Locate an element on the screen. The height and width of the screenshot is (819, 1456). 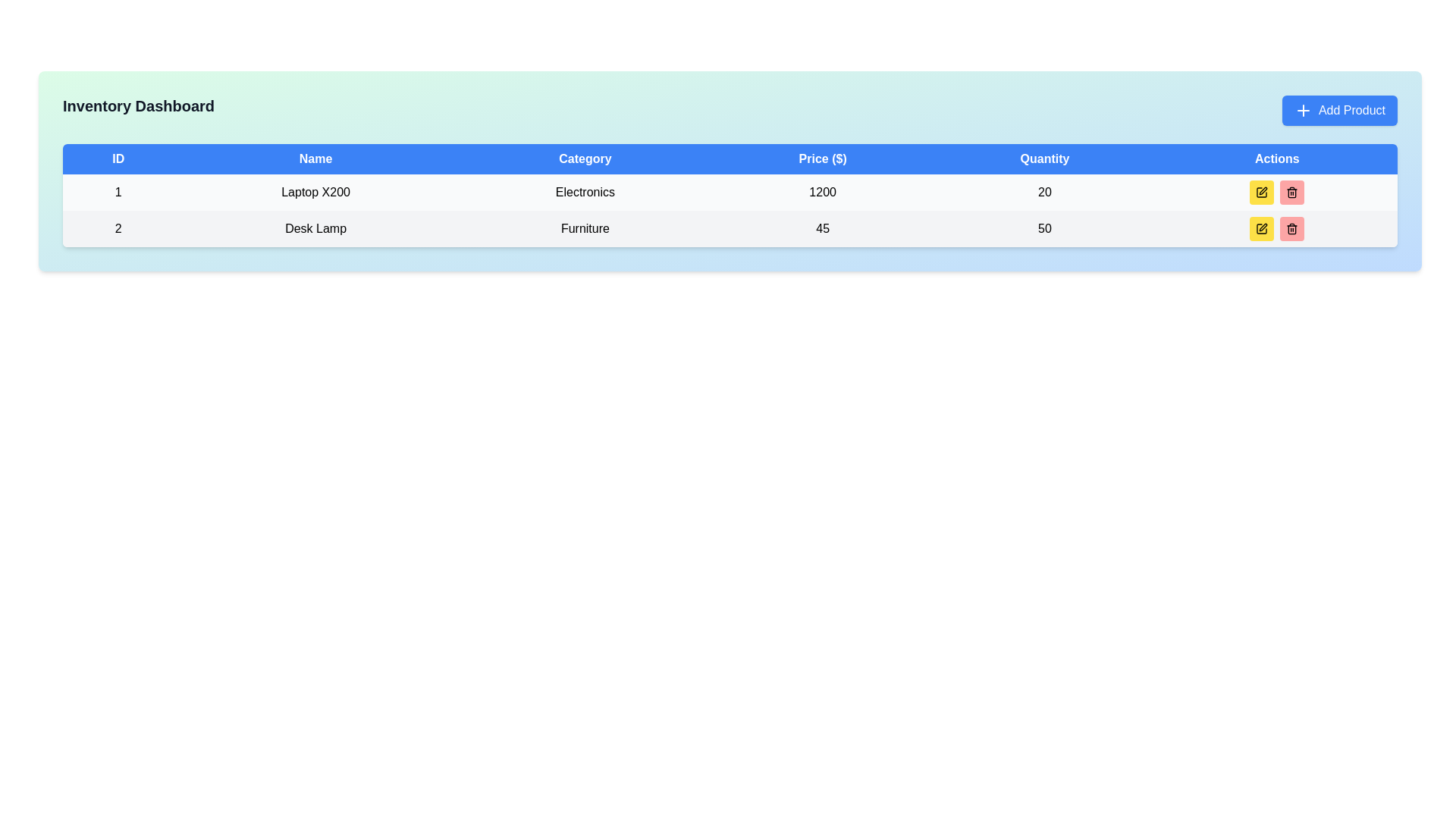
the yellow button with a pen icon in the 'Actions' column of the table for Laptop X200 is located at coordinates (1262, 192).